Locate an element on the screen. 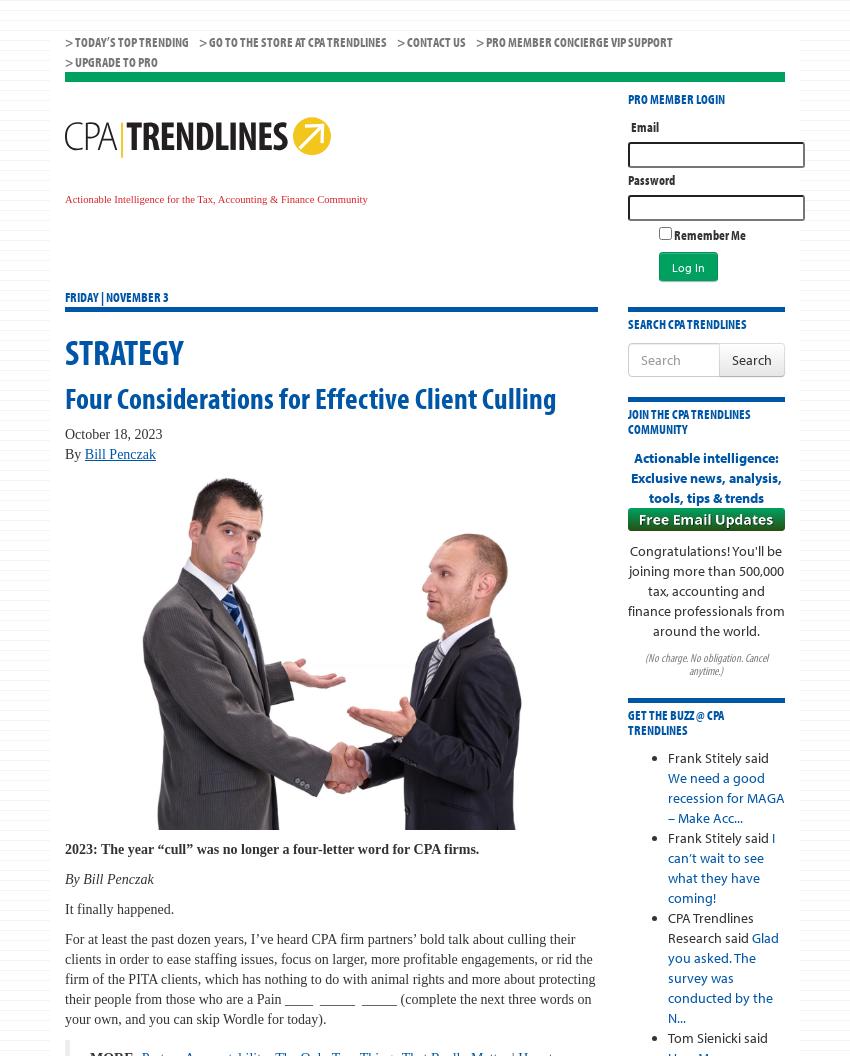 Image resolution: width=850 pixels, height=1056 pixels. '(No charge. No obligation. Cancel anytime.)' is located at coordinates (704, 664).